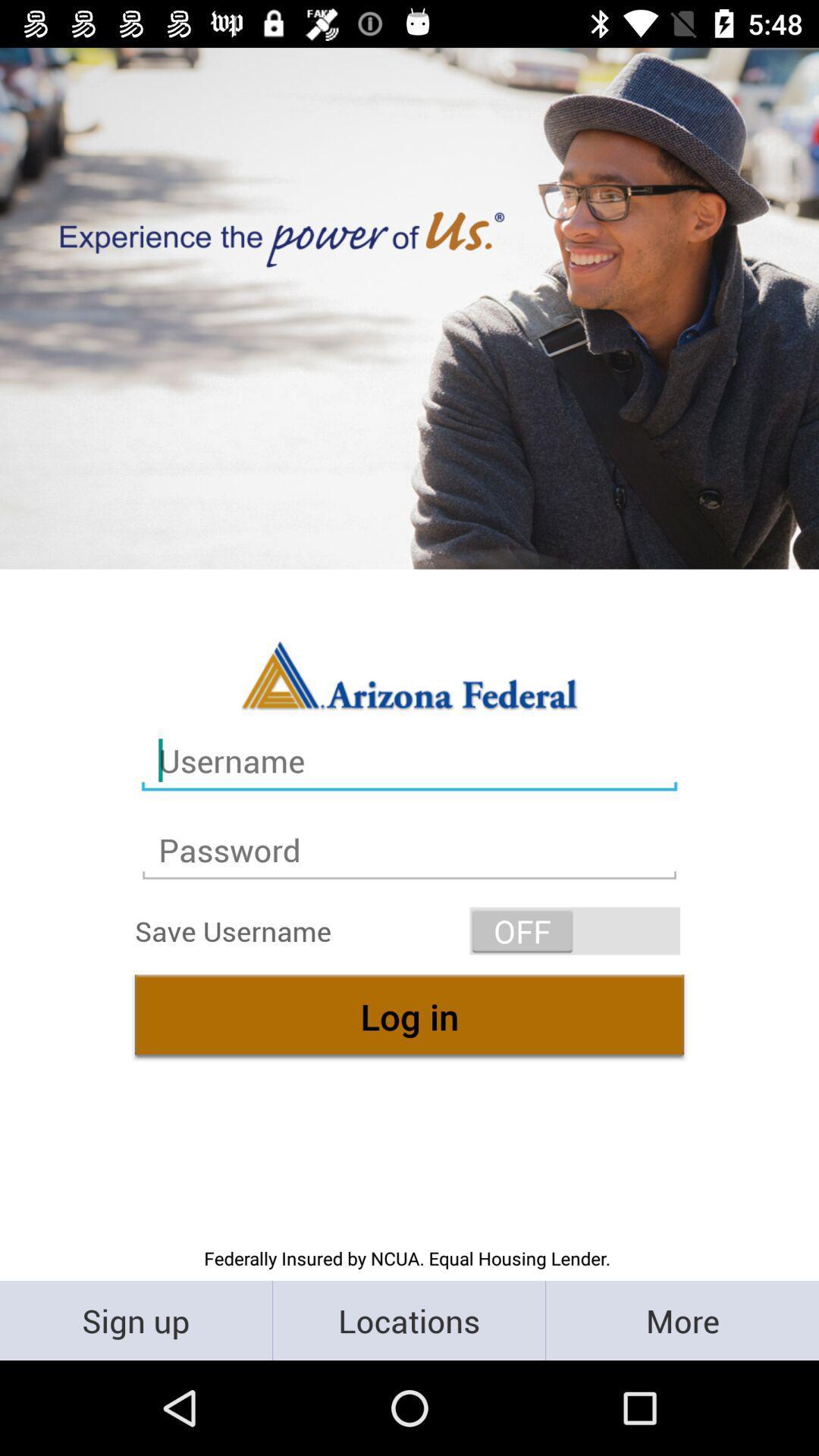 The width and height of the screenshot is (819, 1456). What do you see at coordinates (575, 930) in the screenshot?
I see `the item above log in` at bounding box center [575, 930].